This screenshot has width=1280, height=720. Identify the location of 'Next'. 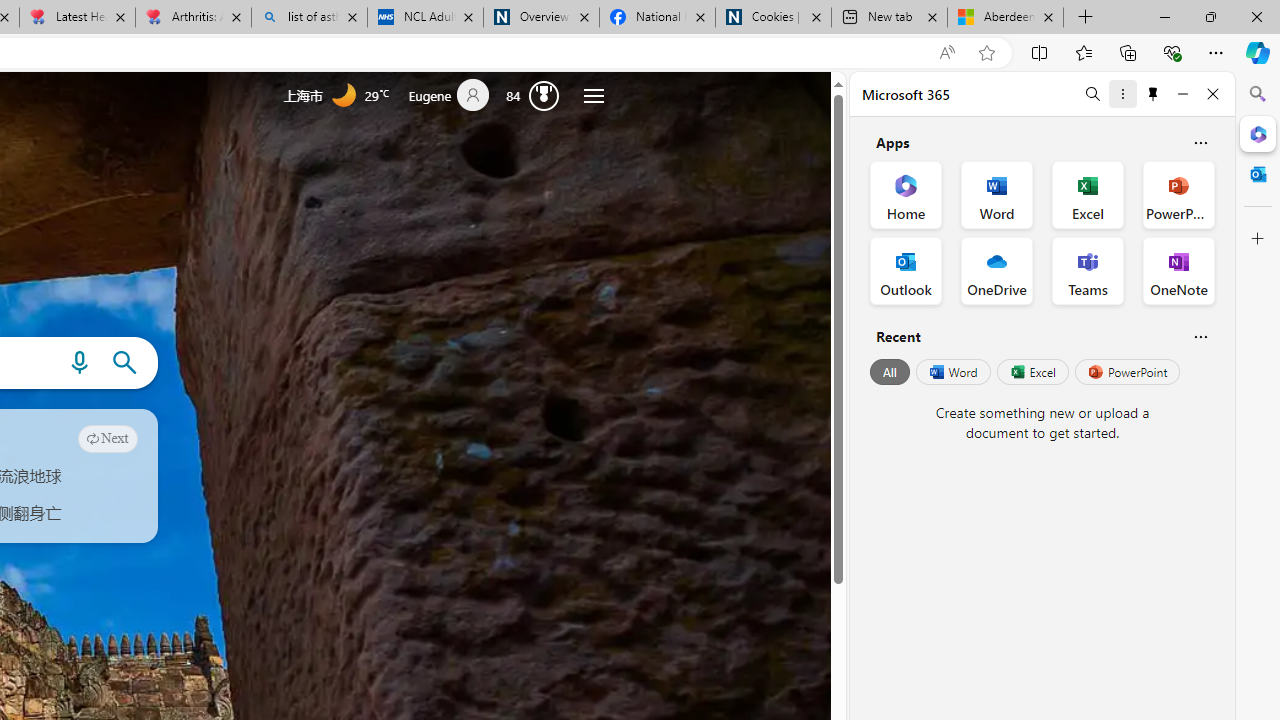
(107, 437).